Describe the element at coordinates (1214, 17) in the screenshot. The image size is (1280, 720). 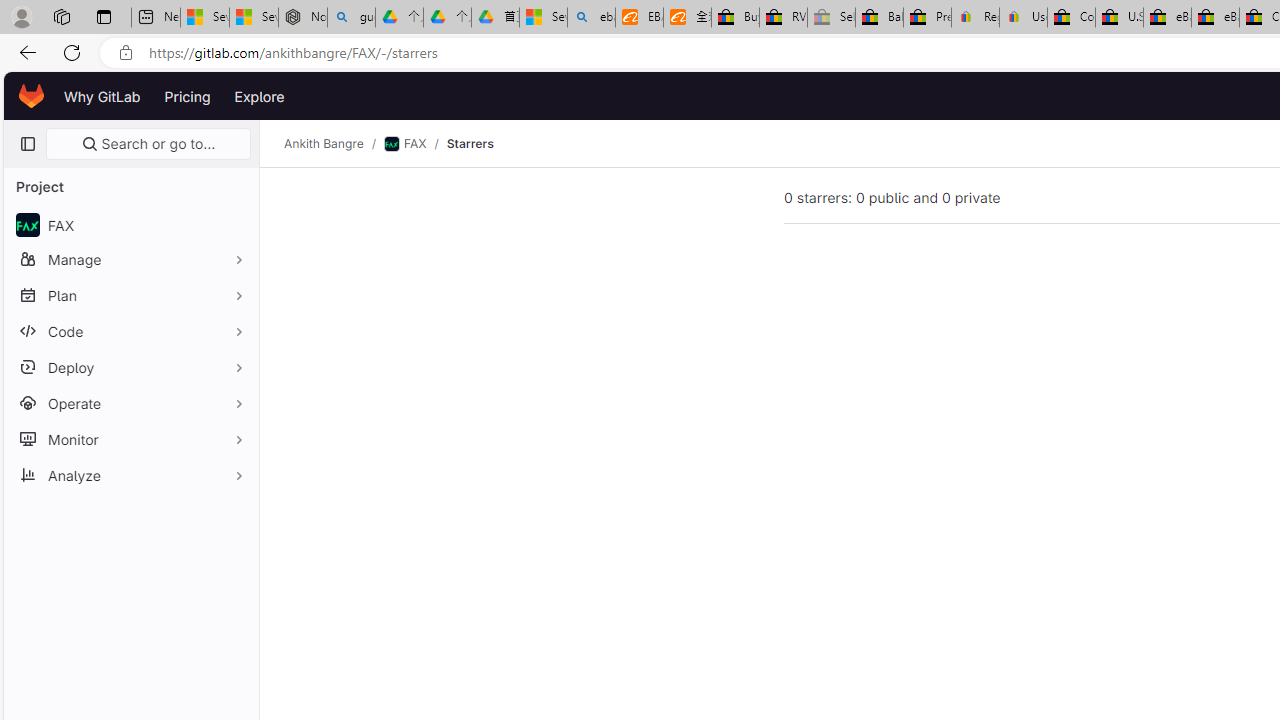
I see `'eBay Inc. Reports Third Quarter 2023 Results'` at that location.